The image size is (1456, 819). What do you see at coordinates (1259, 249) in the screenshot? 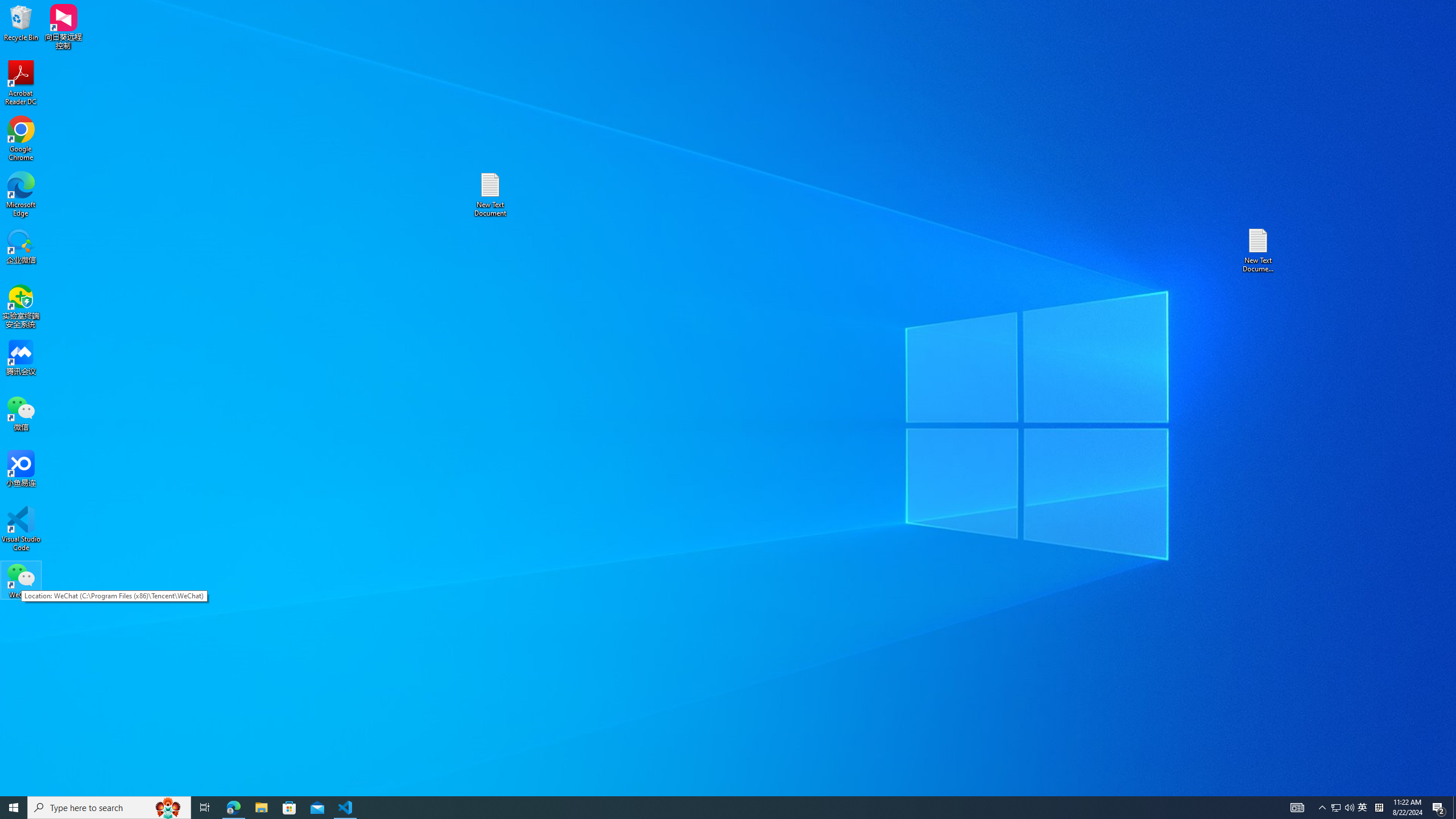
I see `'New Text Document (2)'` at bounding box center [1259, 249].